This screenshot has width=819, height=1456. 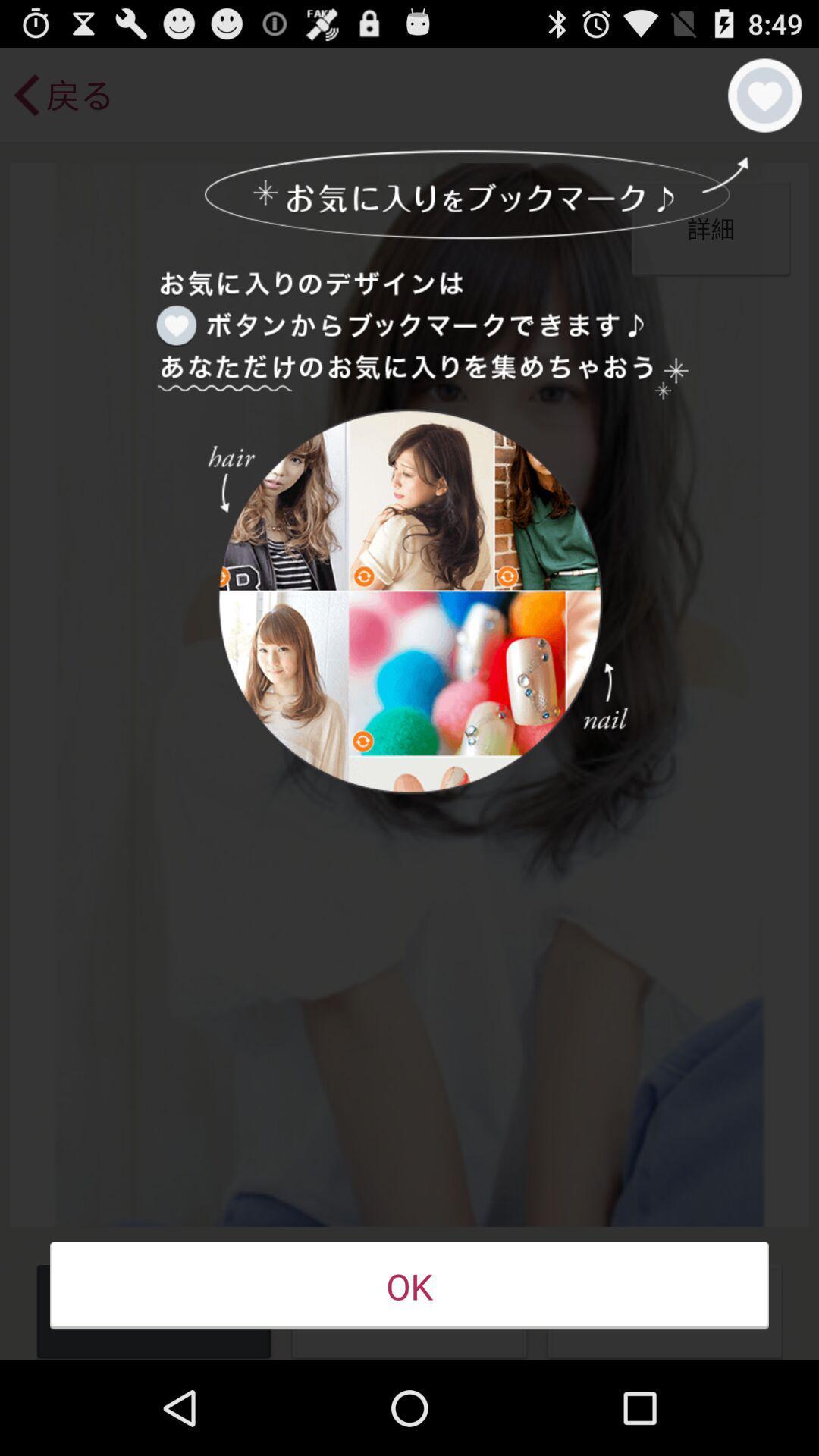 I want to click on button at the bottom, so click(x=409, y=1285).